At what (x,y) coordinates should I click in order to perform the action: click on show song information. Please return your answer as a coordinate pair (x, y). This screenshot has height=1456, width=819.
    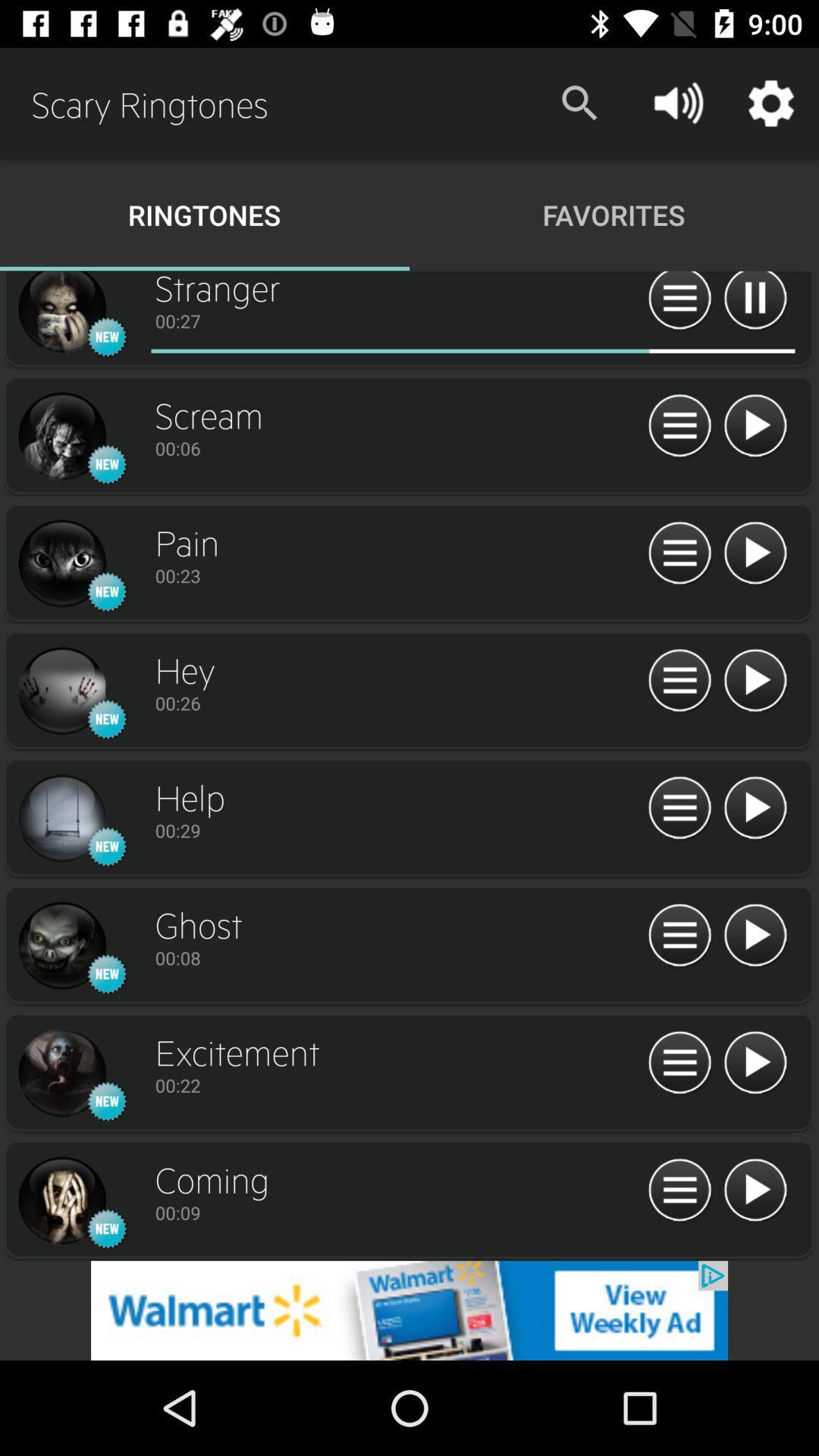
    Looking at the image, I should click on (679, 303).